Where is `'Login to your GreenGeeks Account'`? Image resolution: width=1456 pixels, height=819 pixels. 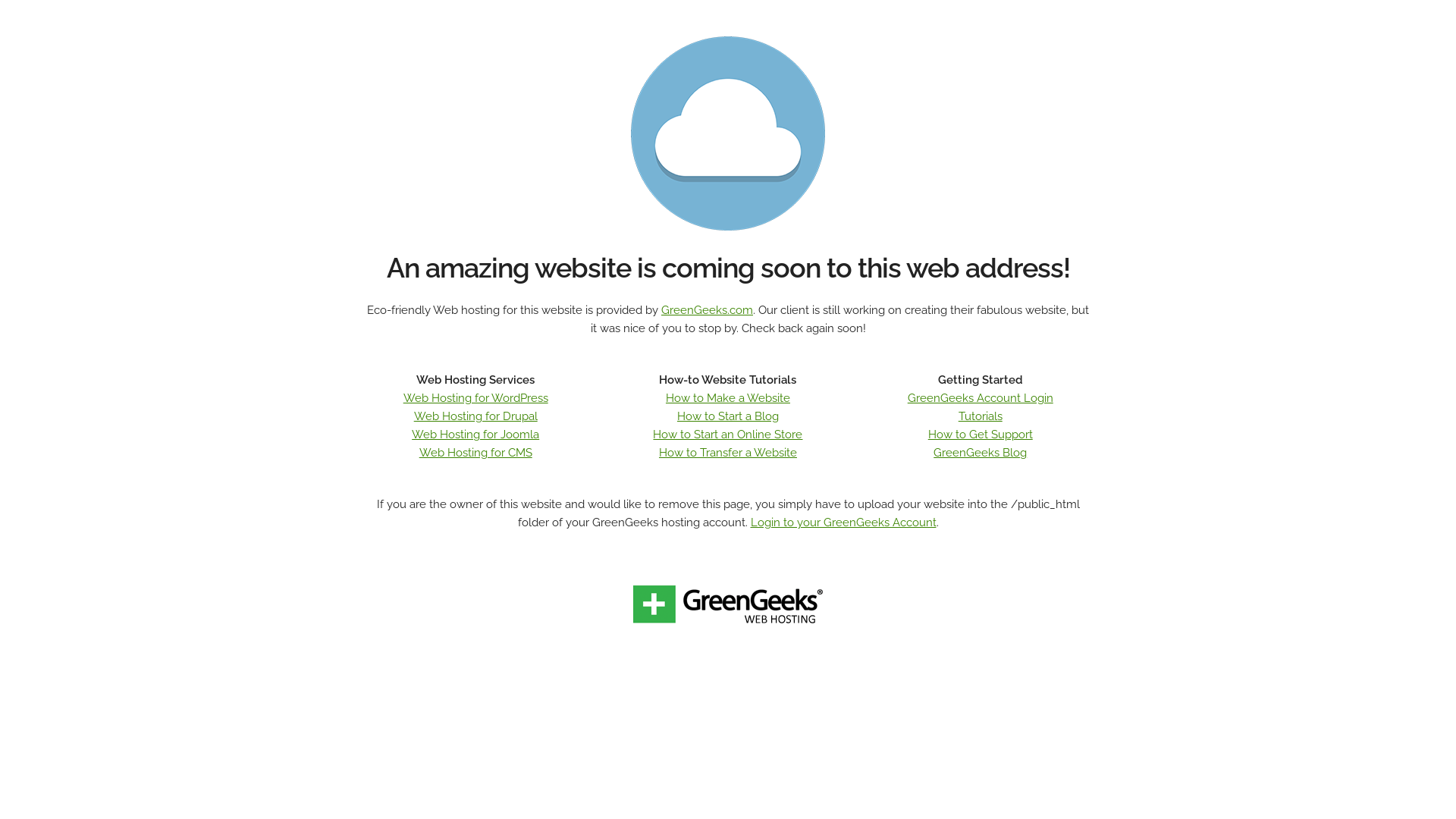
'Login to your GreenGeeks Account' is located at coordinates (750, 522).